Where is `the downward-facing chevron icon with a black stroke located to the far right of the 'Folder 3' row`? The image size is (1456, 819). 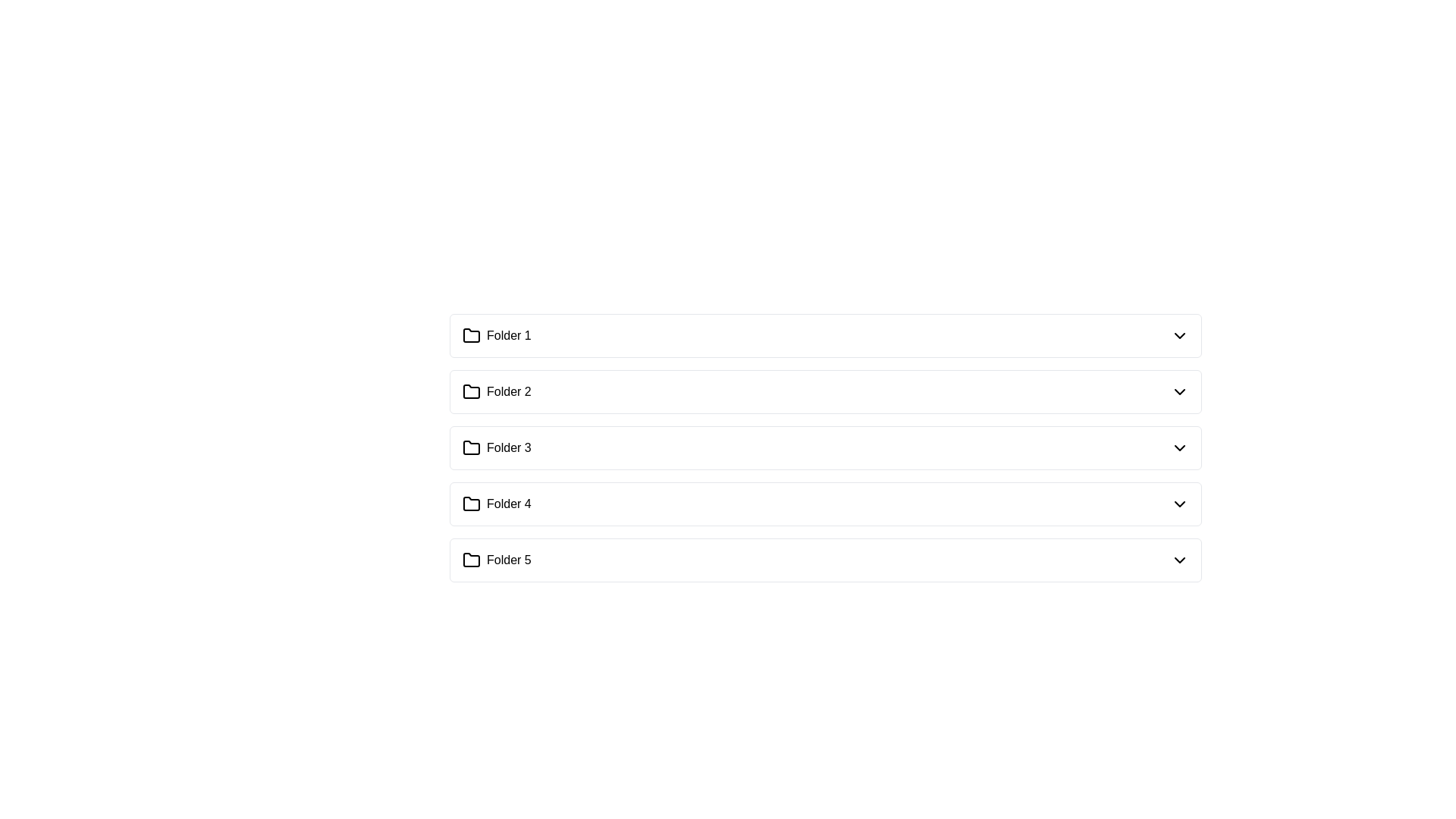
the downward-facing chevron icon with a black stroke located to the far right of the 'Folder 3' row is located at coordinates (1178, 447).